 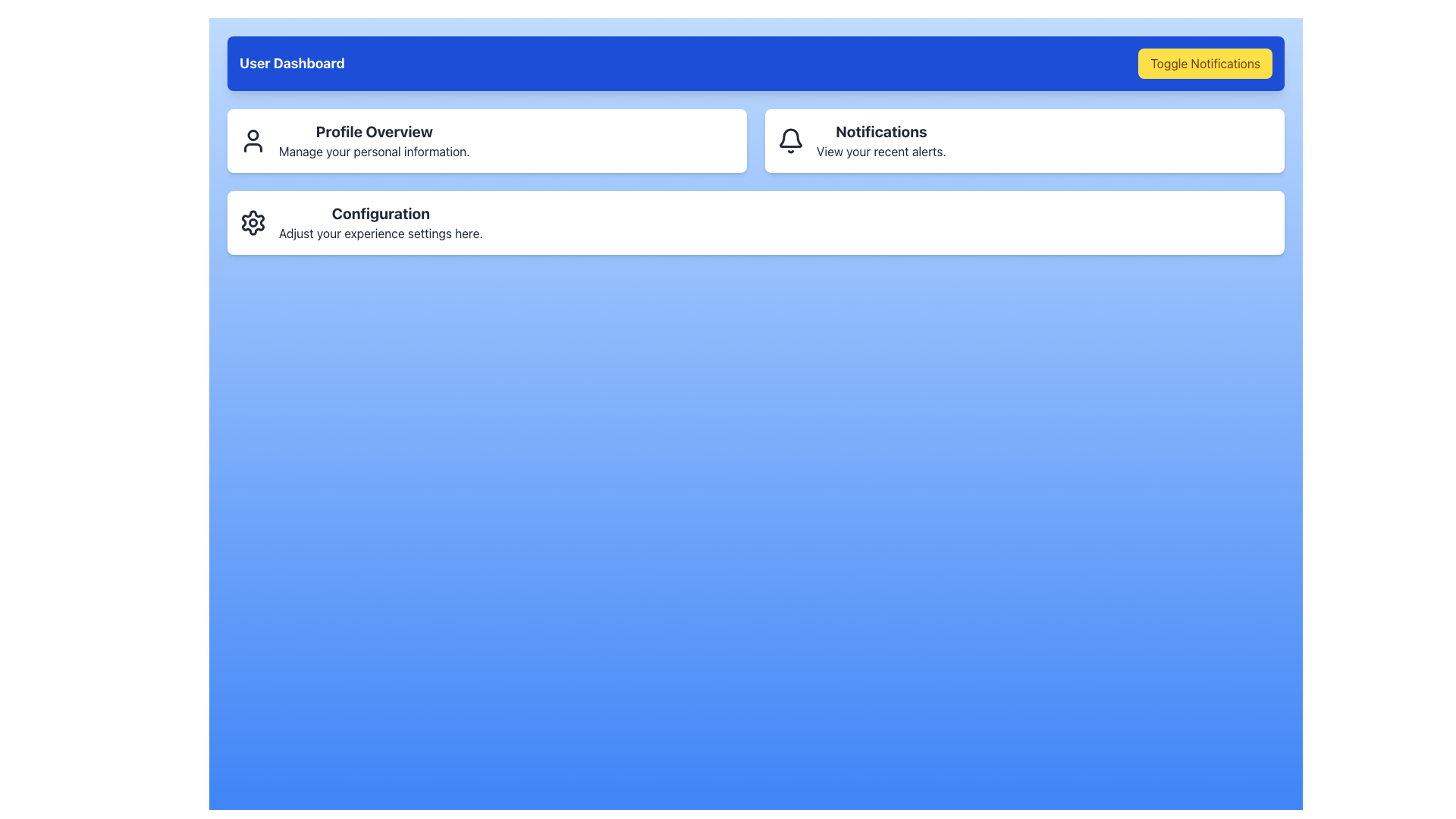 I want to click on the header text indicating notifications, which is located above 'View your recent alerts' in the upper-right section of the main content area, so click(x=881, y=130).